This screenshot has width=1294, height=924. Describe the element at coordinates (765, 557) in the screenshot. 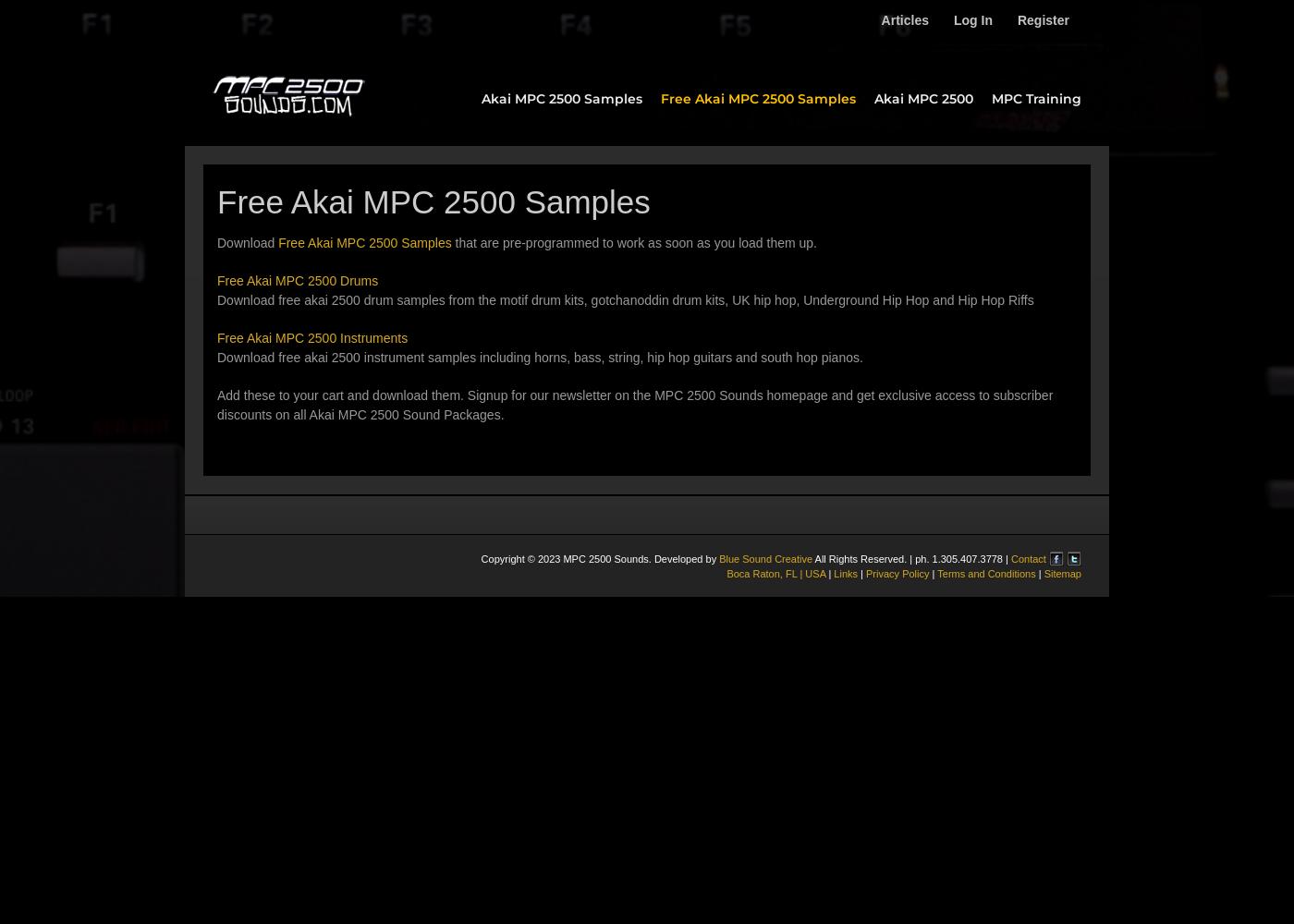

I see `'Blue Sound Creative'` at that location.